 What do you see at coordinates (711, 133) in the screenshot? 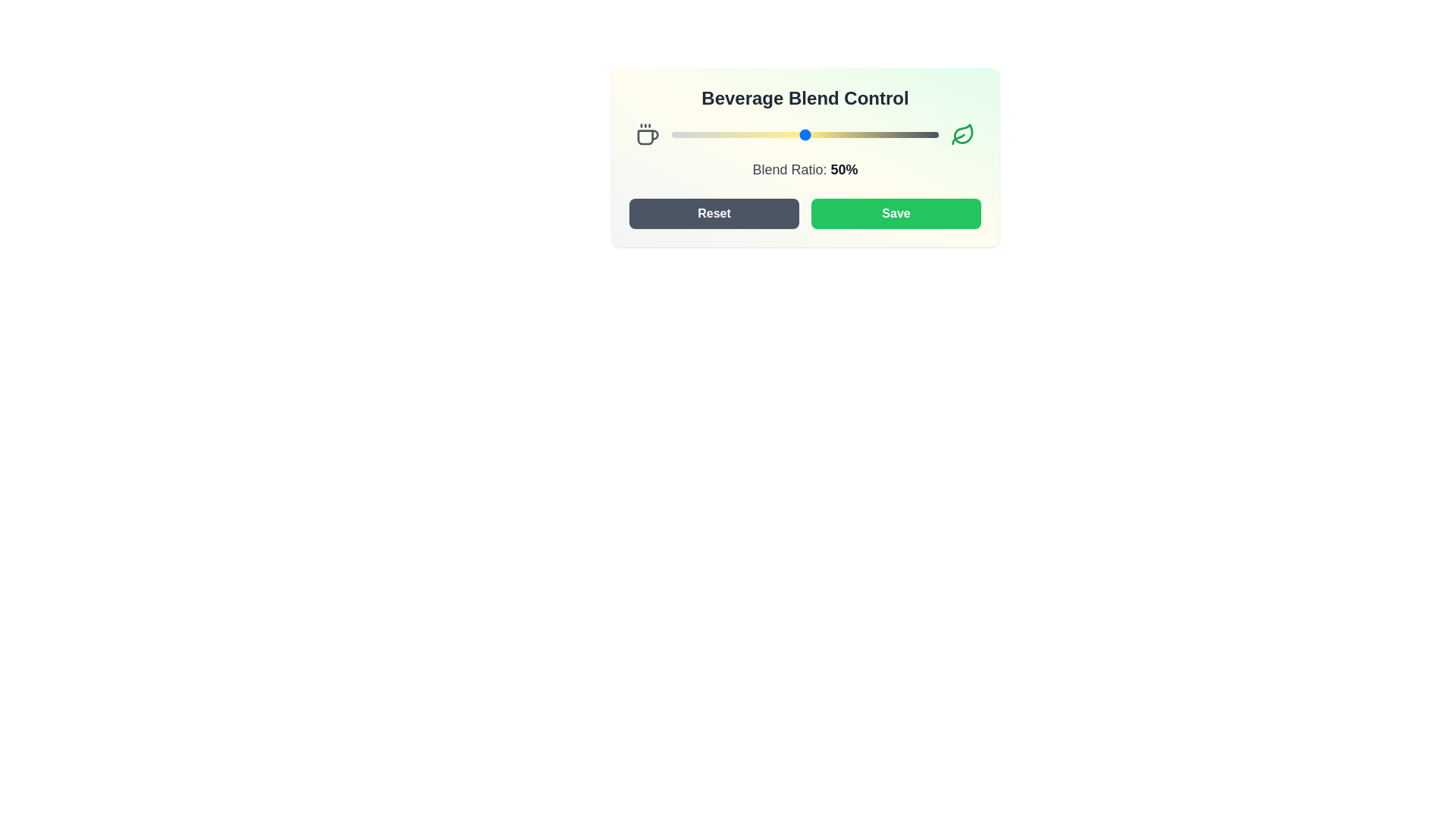
I see `the blend ratio to 15%` at bounding box center [711, 133].